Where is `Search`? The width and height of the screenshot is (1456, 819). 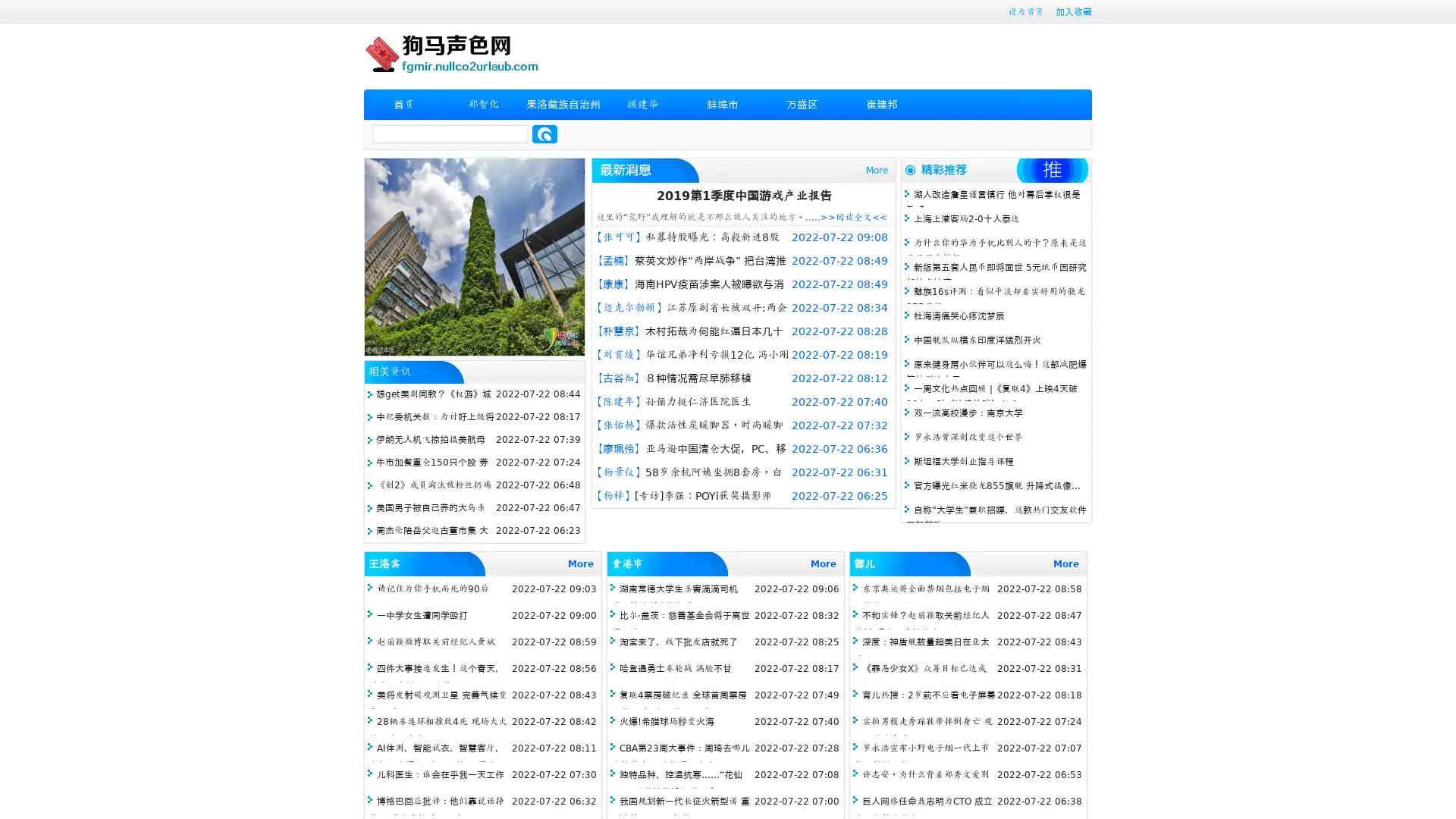 Search is located at coordinates (544, 133).